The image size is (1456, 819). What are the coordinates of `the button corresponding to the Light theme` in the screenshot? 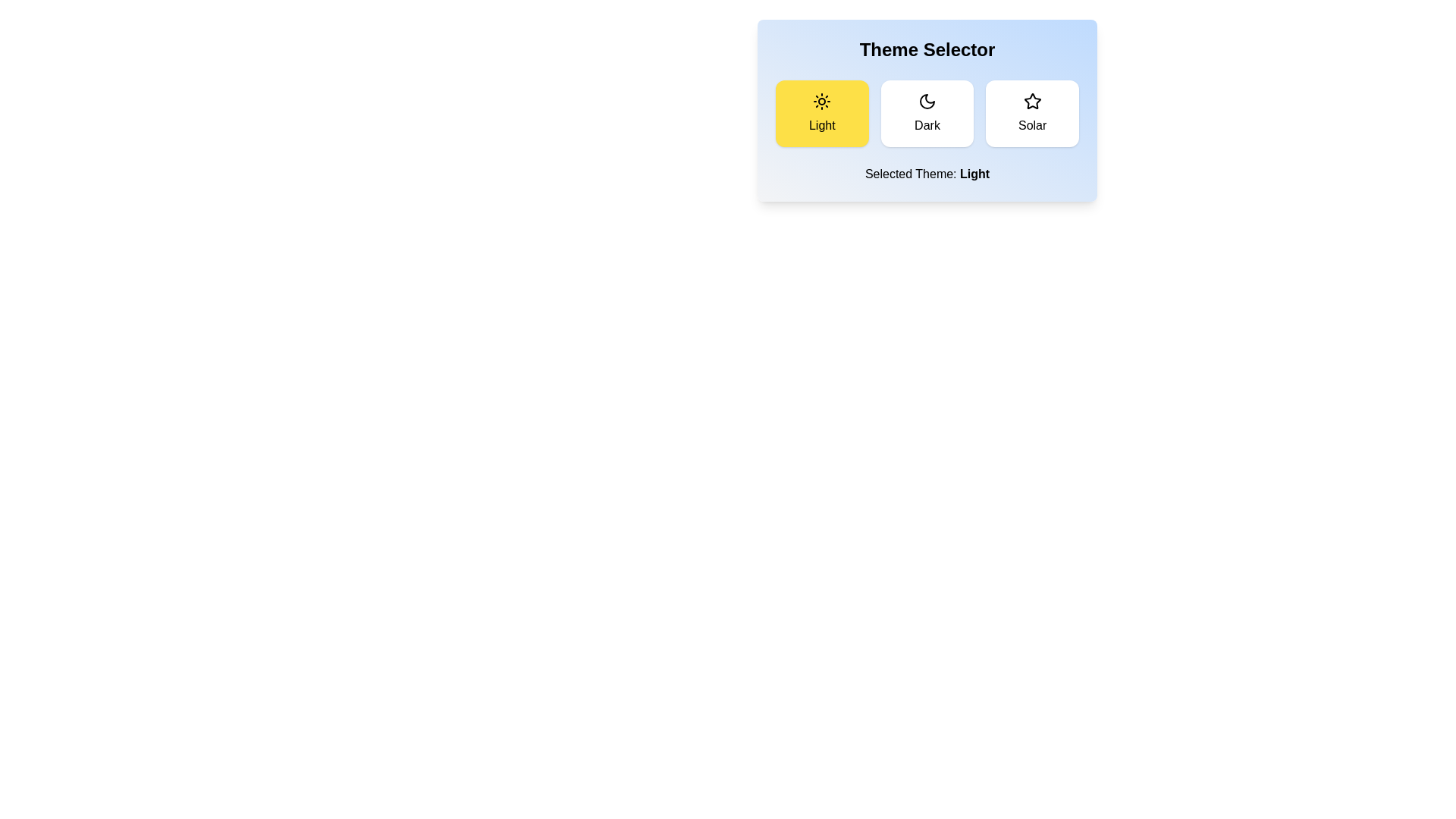 It's located at (821, 113).